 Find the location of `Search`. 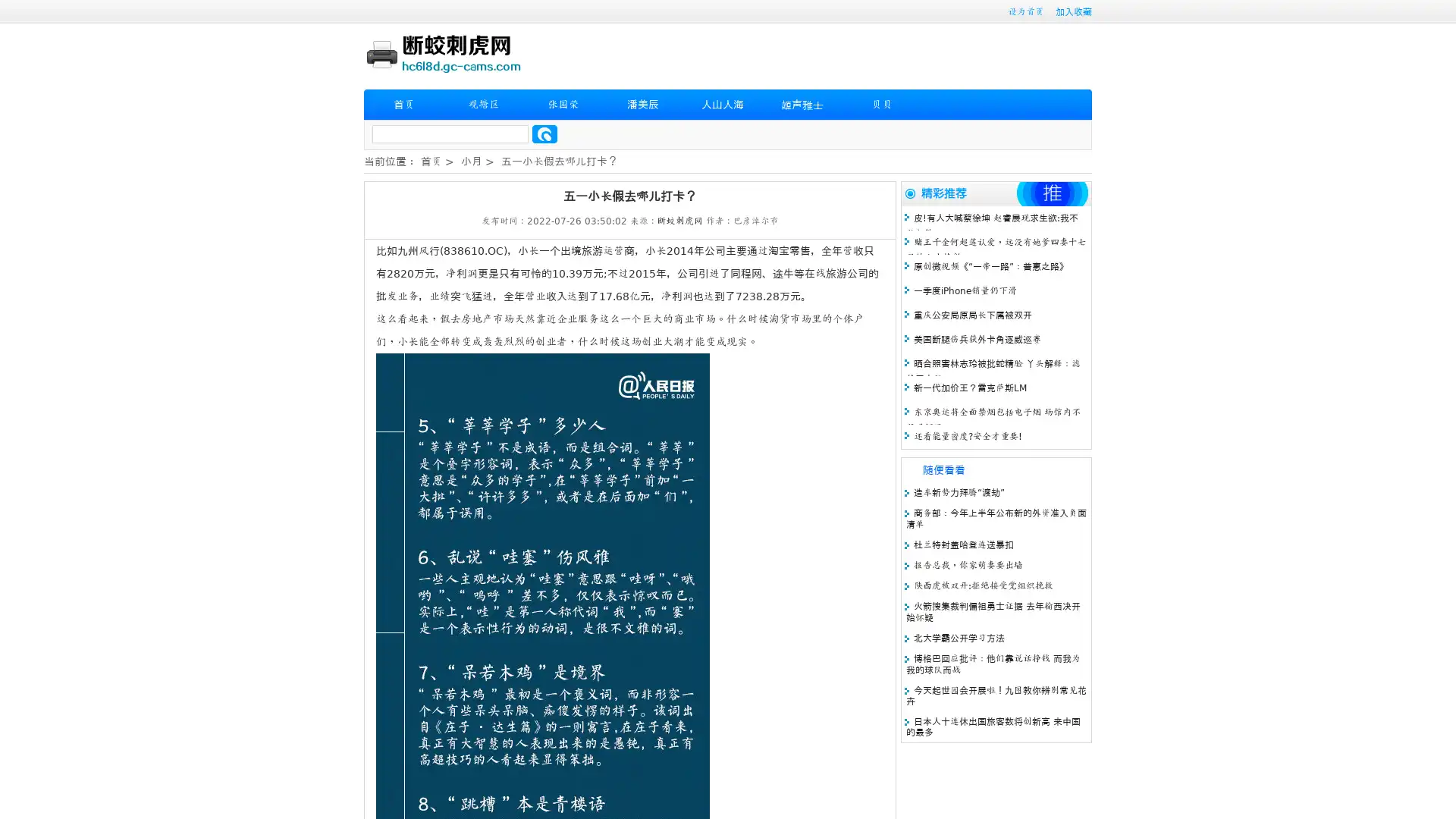

Search is located at coordinates (544, 133).